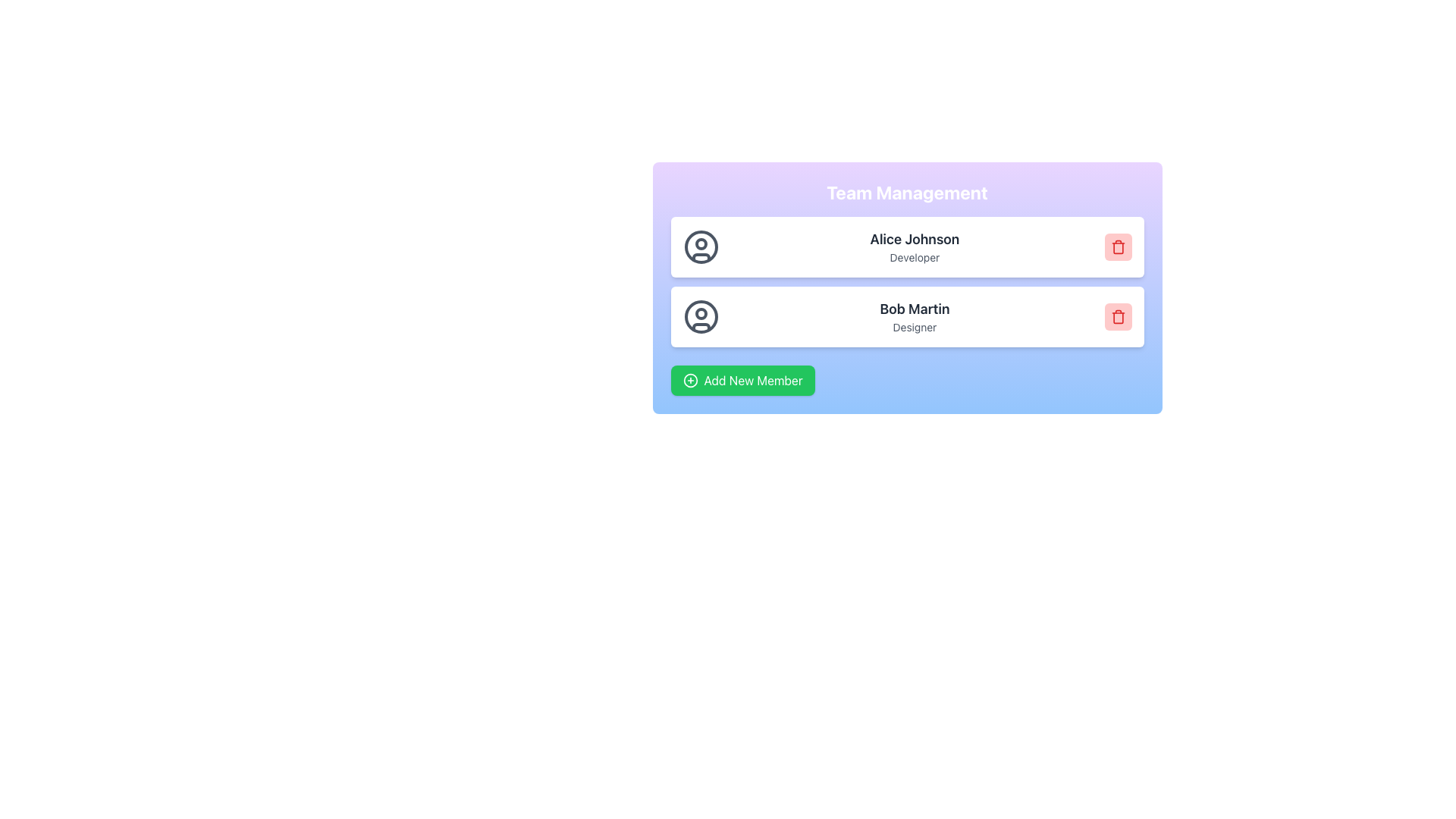  I want to click on the 'Add Member' button located at the bottom of the 'Team Management' panel by, so click(742, 379).